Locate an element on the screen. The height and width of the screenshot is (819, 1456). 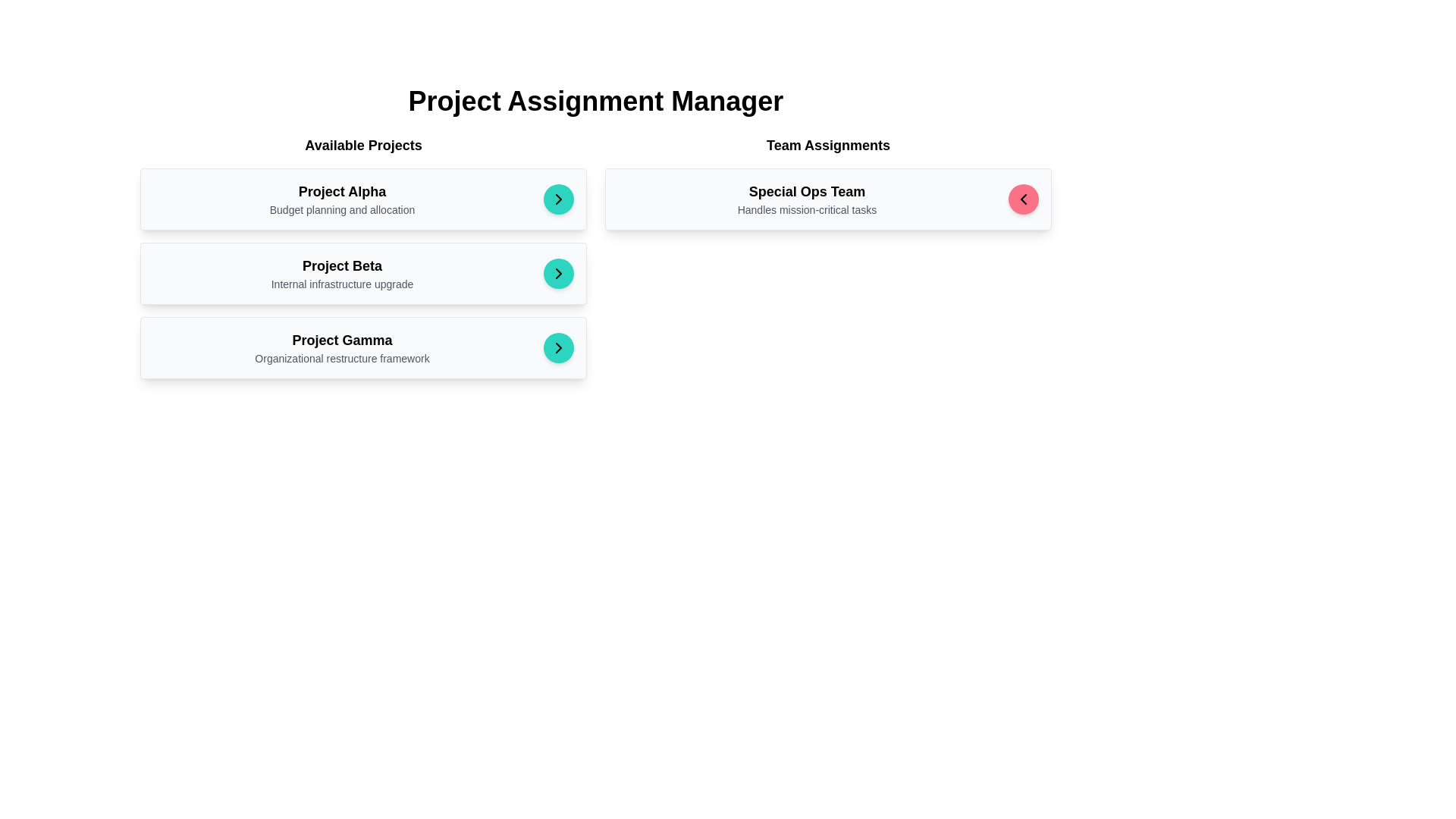
the navigation button at the right end of the 'Project Alpha' card in the 'Available Projects' section to trigger a visual effect is located at coordinates (558, 198).